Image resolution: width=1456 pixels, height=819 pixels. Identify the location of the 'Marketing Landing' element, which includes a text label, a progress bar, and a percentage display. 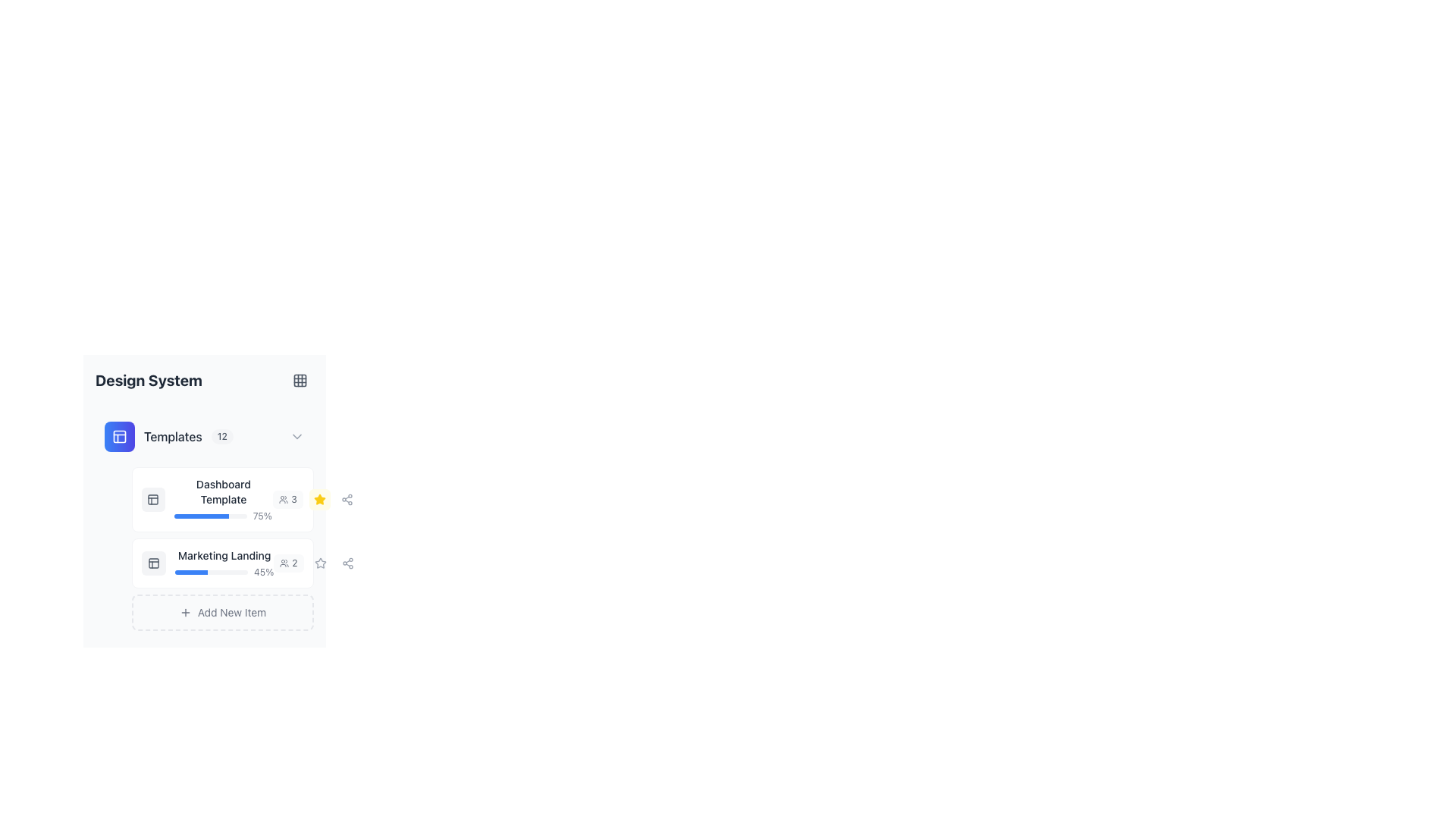
(224, 563).